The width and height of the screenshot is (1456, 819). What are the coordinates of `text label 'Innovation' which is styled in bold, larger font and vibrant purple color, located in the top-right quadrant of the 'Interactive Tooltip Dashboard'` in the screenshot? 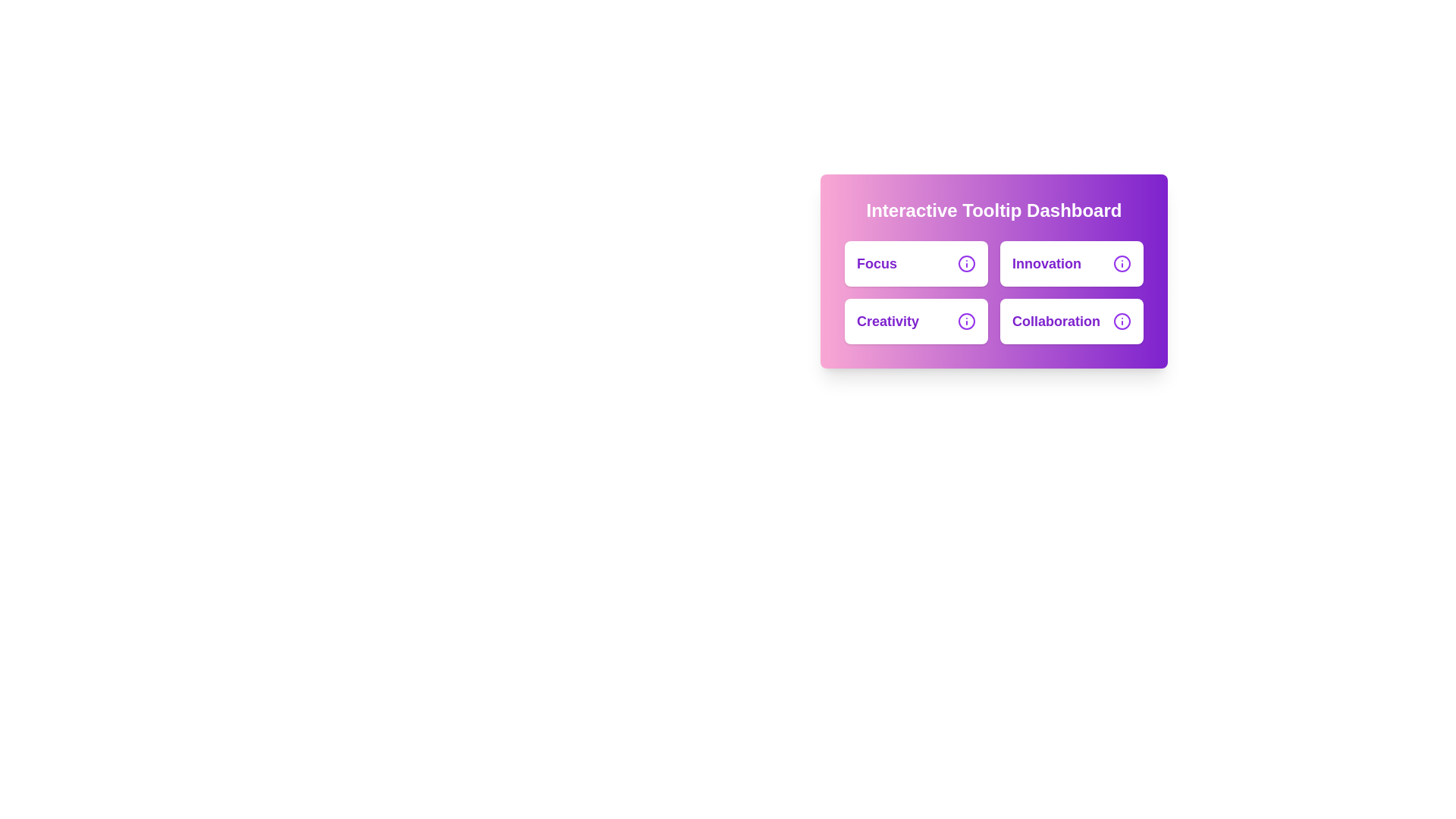 It's located at (1046, 262).